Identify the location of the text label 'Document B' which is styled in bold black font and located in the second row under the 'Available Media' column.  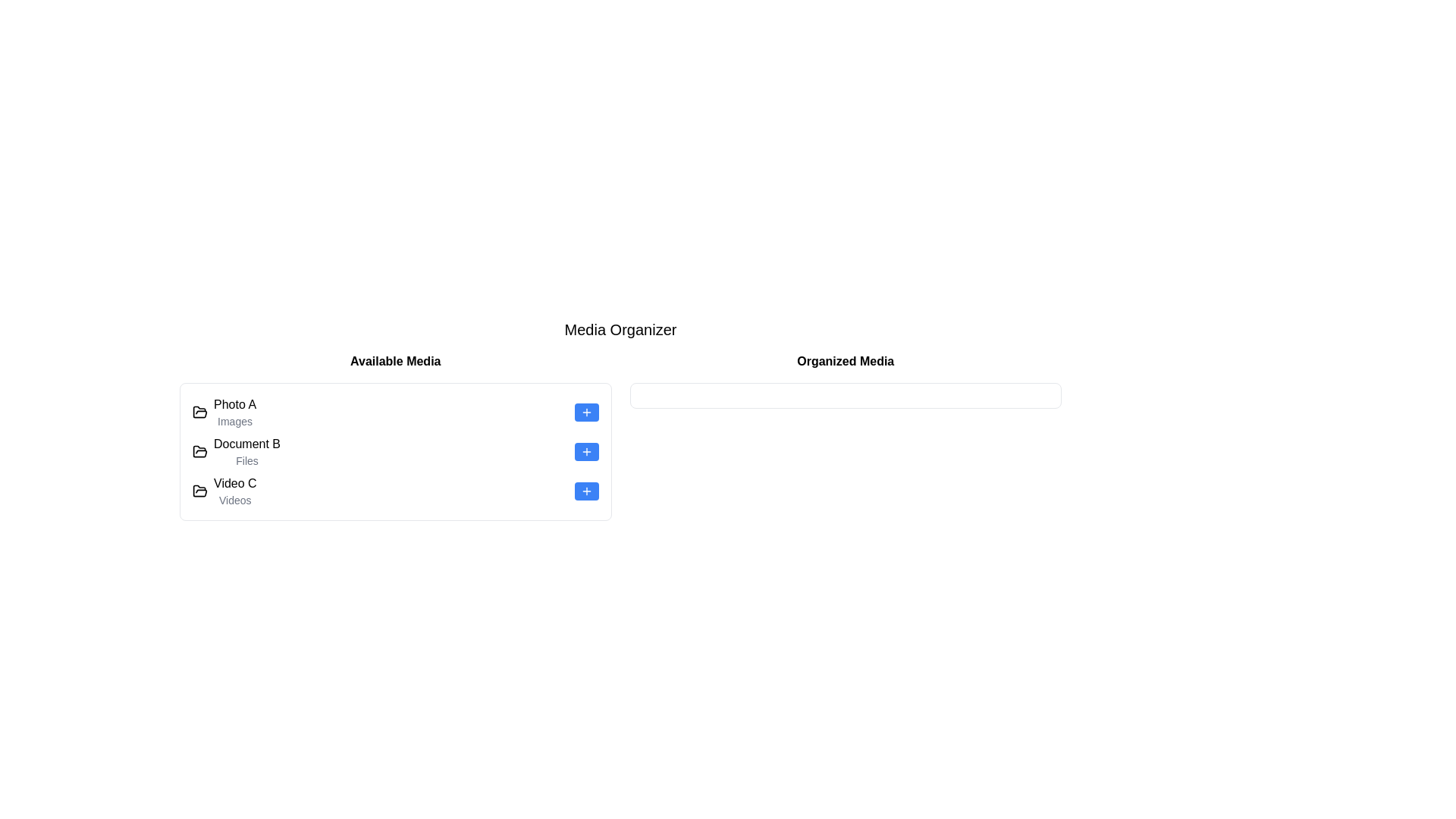
(247, 444).